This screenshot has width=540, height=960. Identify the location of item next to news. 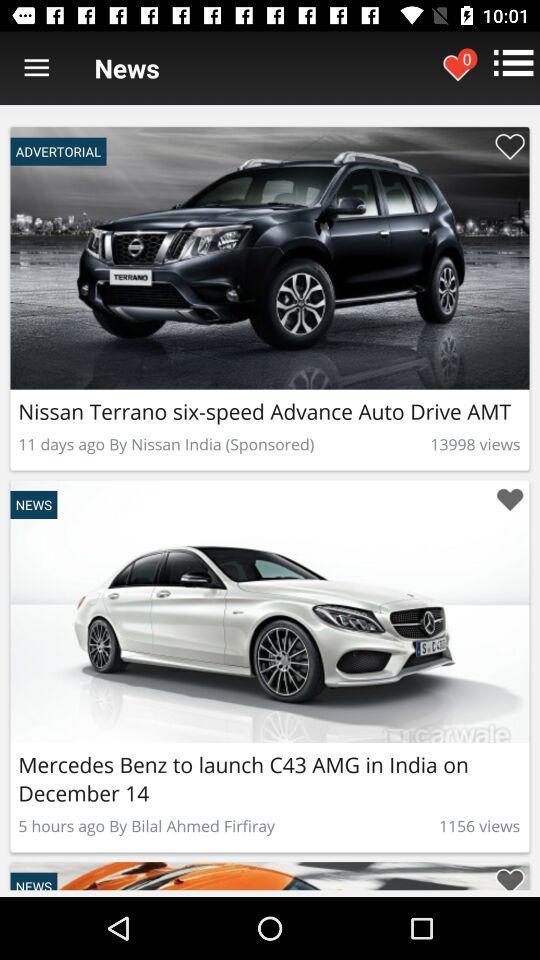
(36, 68).